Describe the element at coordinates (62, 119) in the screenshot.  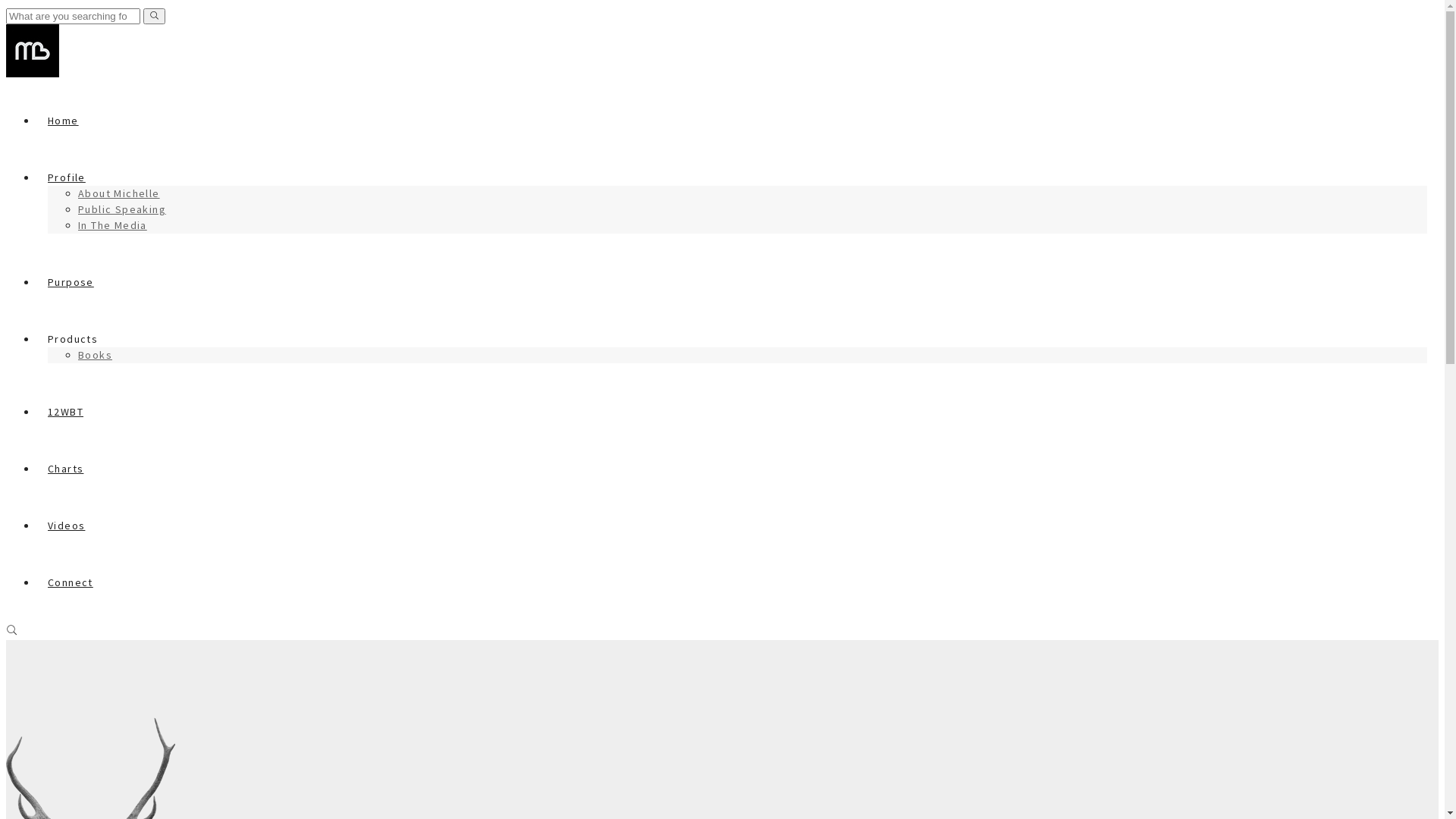
I see `'Home'` at that location.